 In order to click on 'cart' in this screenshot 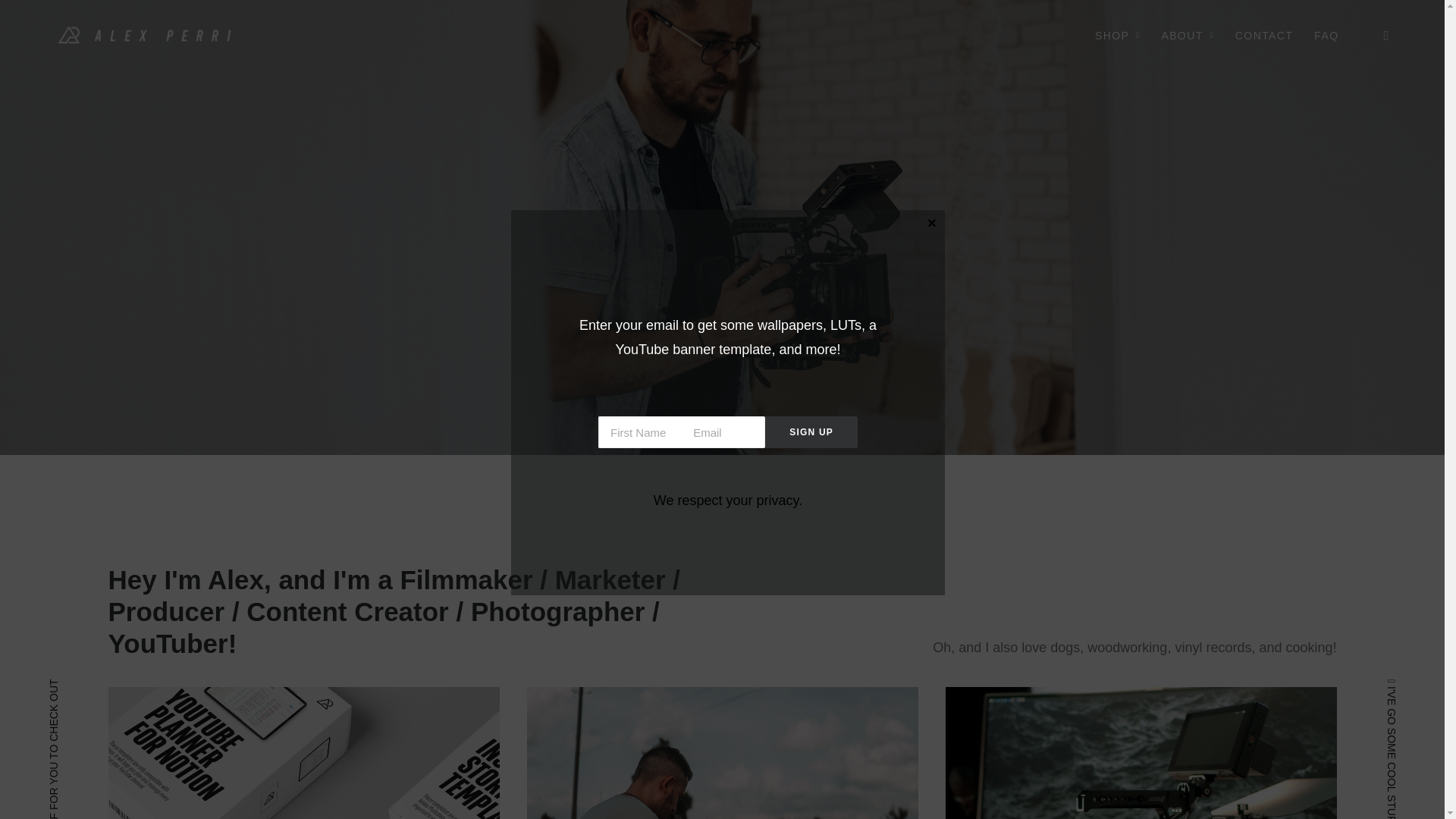, I will do `click(1376, 34)`.